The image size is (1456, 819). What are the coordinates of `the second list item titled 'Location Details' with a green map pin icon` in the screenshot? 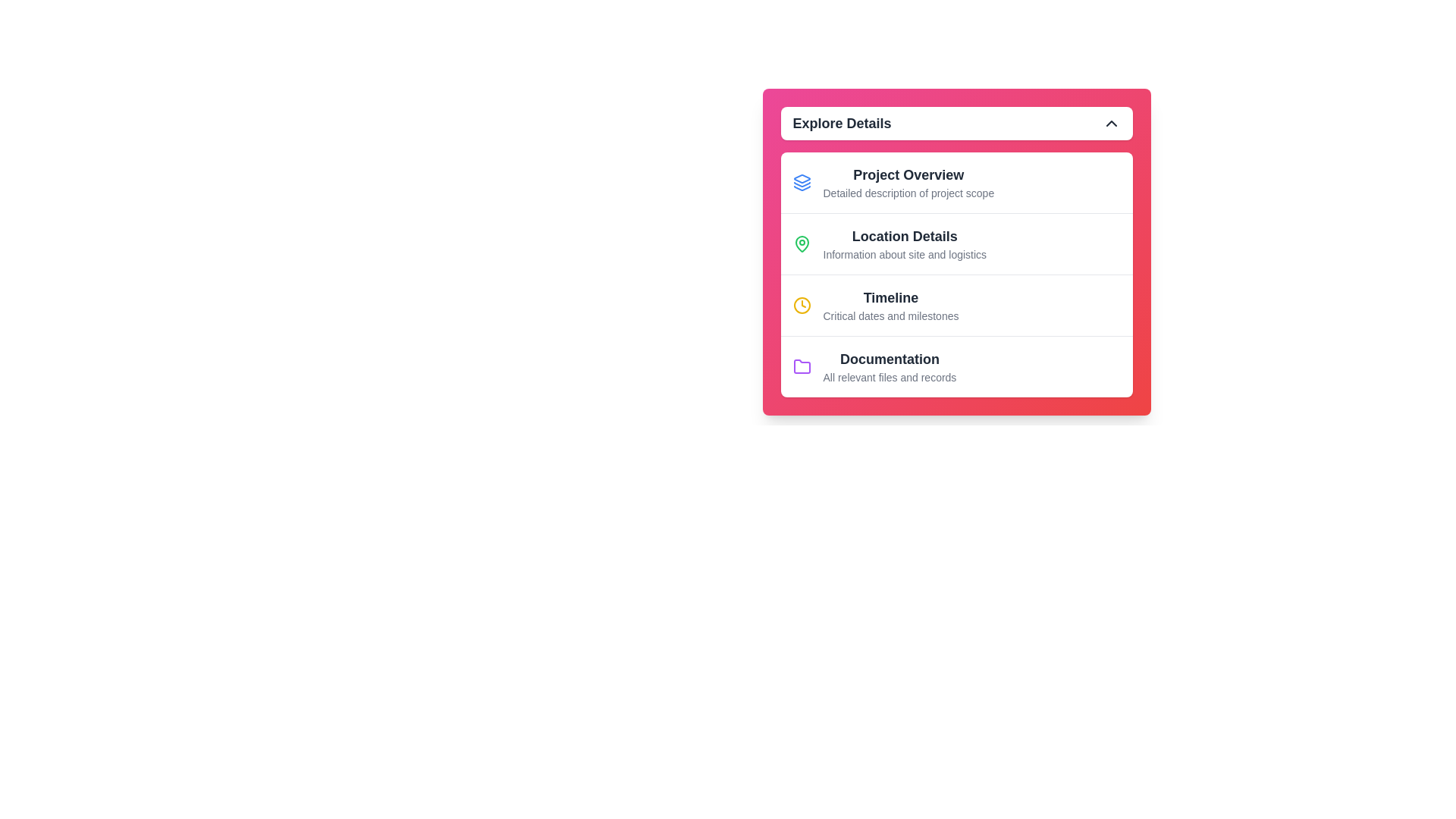 It's located at (955, 243).